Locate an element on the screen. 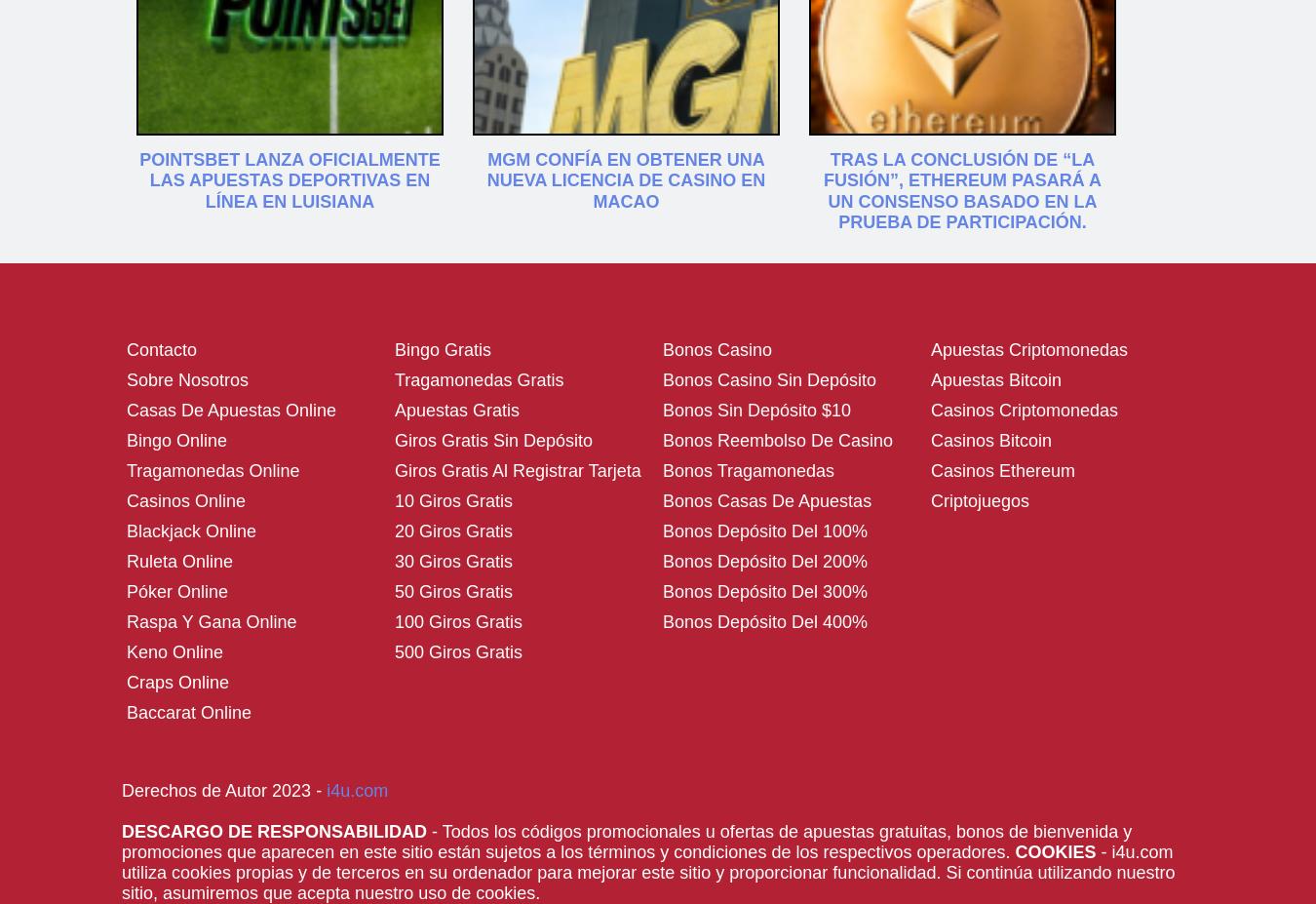 The image size is (1316, 904). 'Blackjack Online' is located at coordinates (191, 530).